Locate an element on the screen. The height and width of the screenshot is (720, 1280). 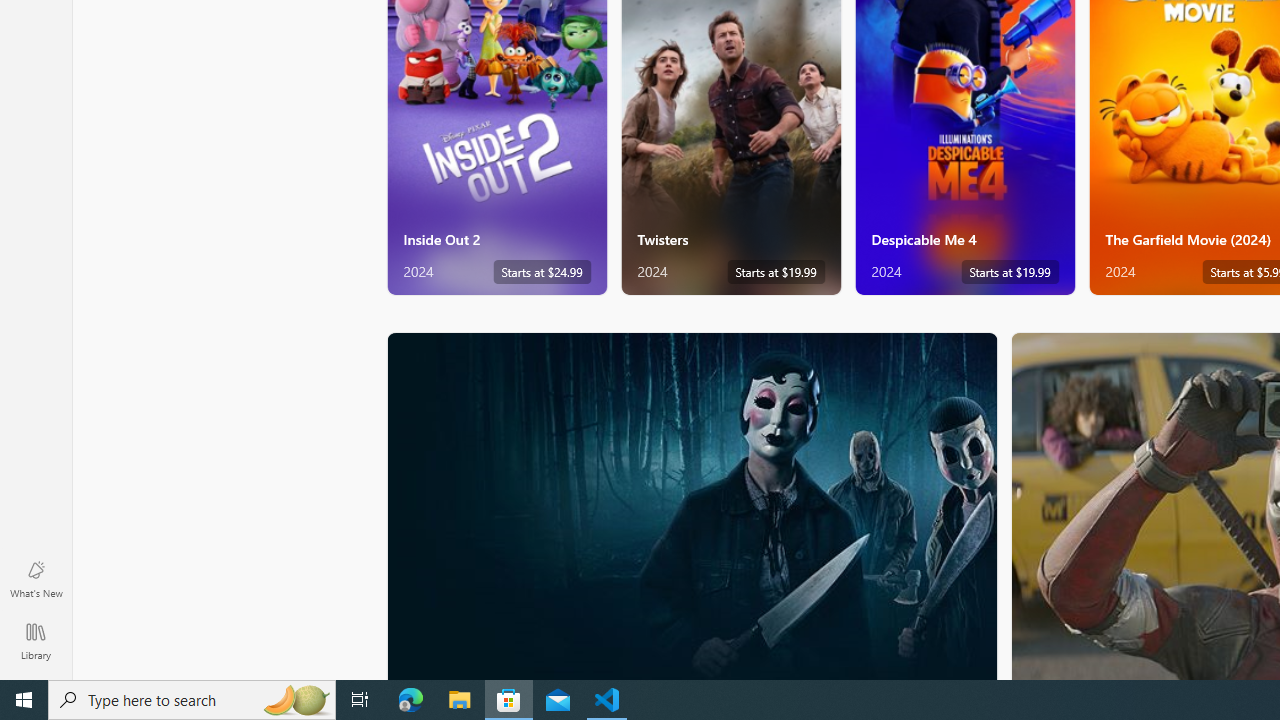
'Horror' is located at coordinates (692, 504).